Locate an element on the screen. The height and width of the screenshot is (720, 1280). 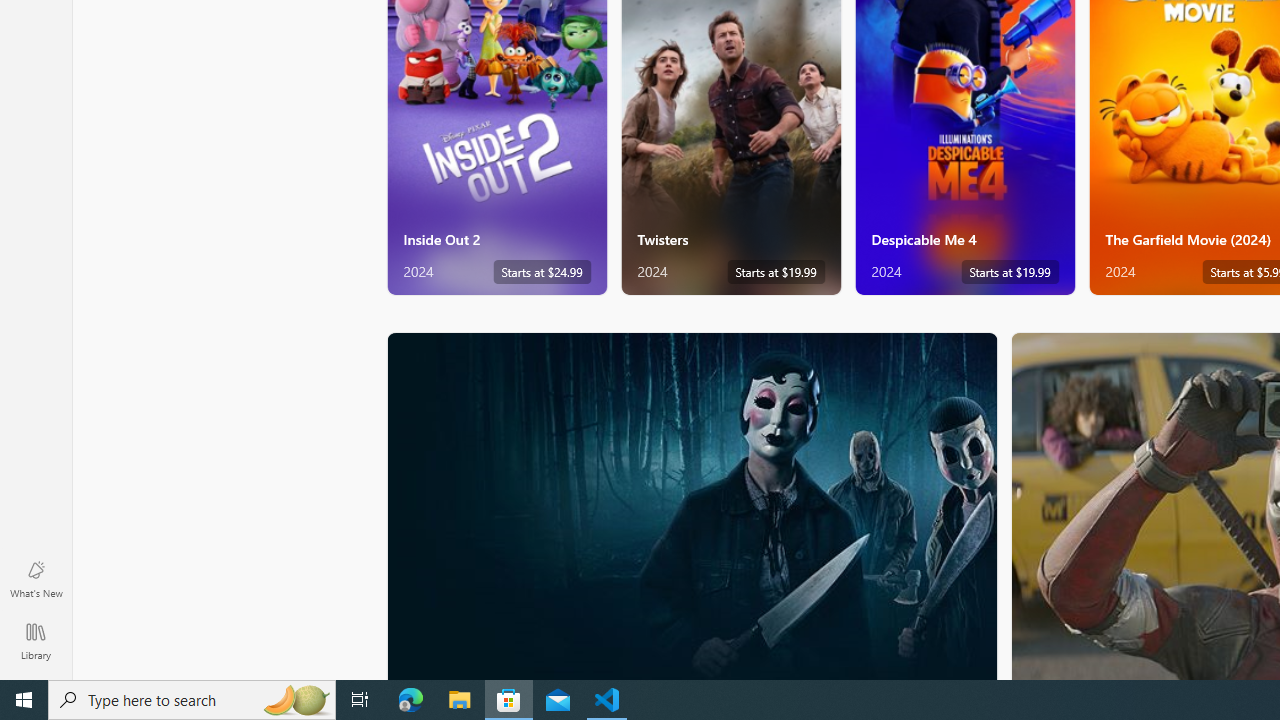
'Horror' is located at coordinates (692, 504).